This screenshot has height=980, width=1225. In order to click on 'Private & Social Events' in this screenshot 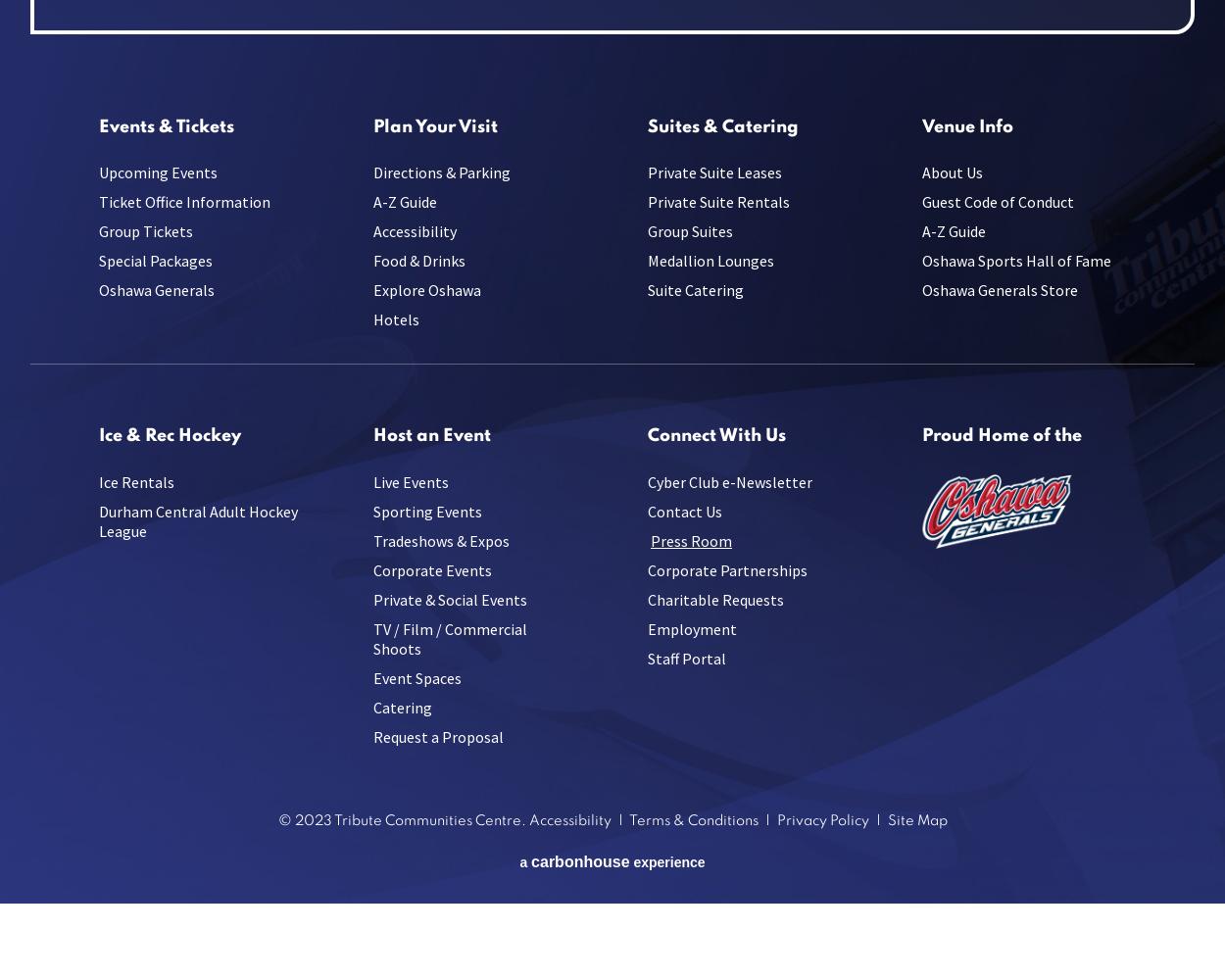, I will do `click(373, 598)`.